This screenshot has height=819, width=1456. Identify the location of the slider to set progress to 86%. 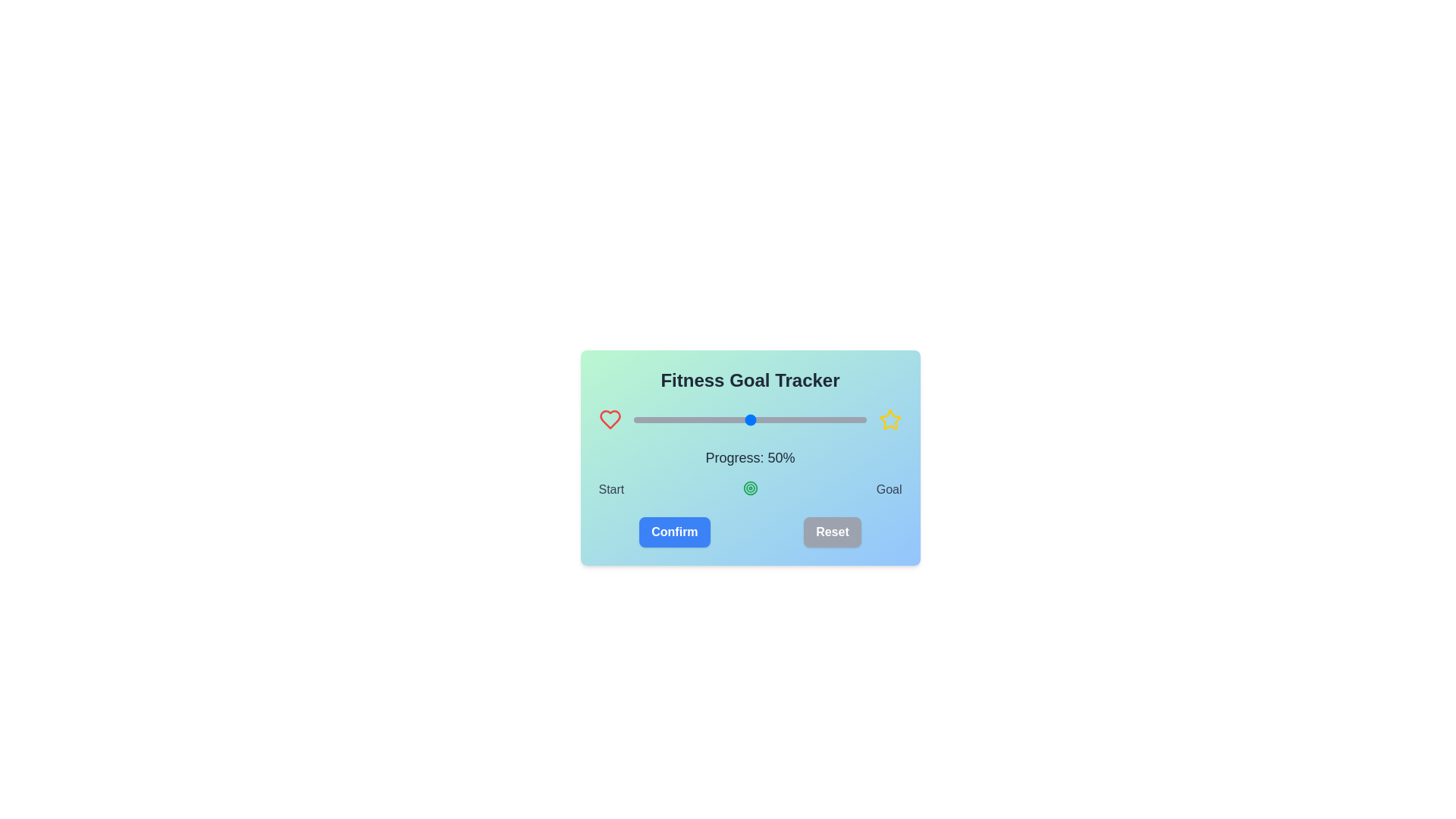
(833, 420).